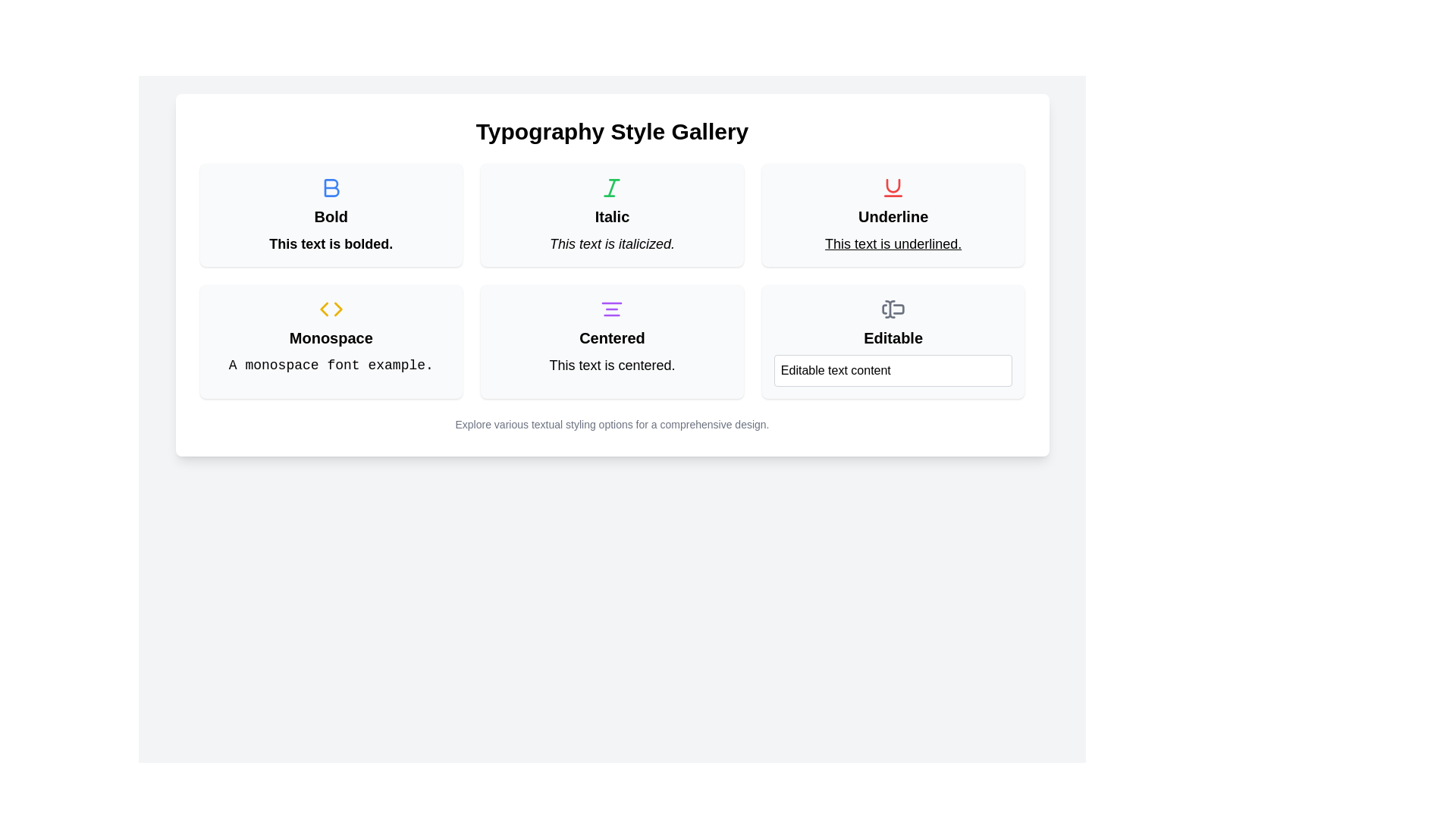 This screenshot has height=819, width=1456. Describe the element at coordinates (612, 424) in the screenshot. I see `the text label element that reads 'Explore various textual styling options for a comprehensive design.' located at the bottom of the card interface` at that location.